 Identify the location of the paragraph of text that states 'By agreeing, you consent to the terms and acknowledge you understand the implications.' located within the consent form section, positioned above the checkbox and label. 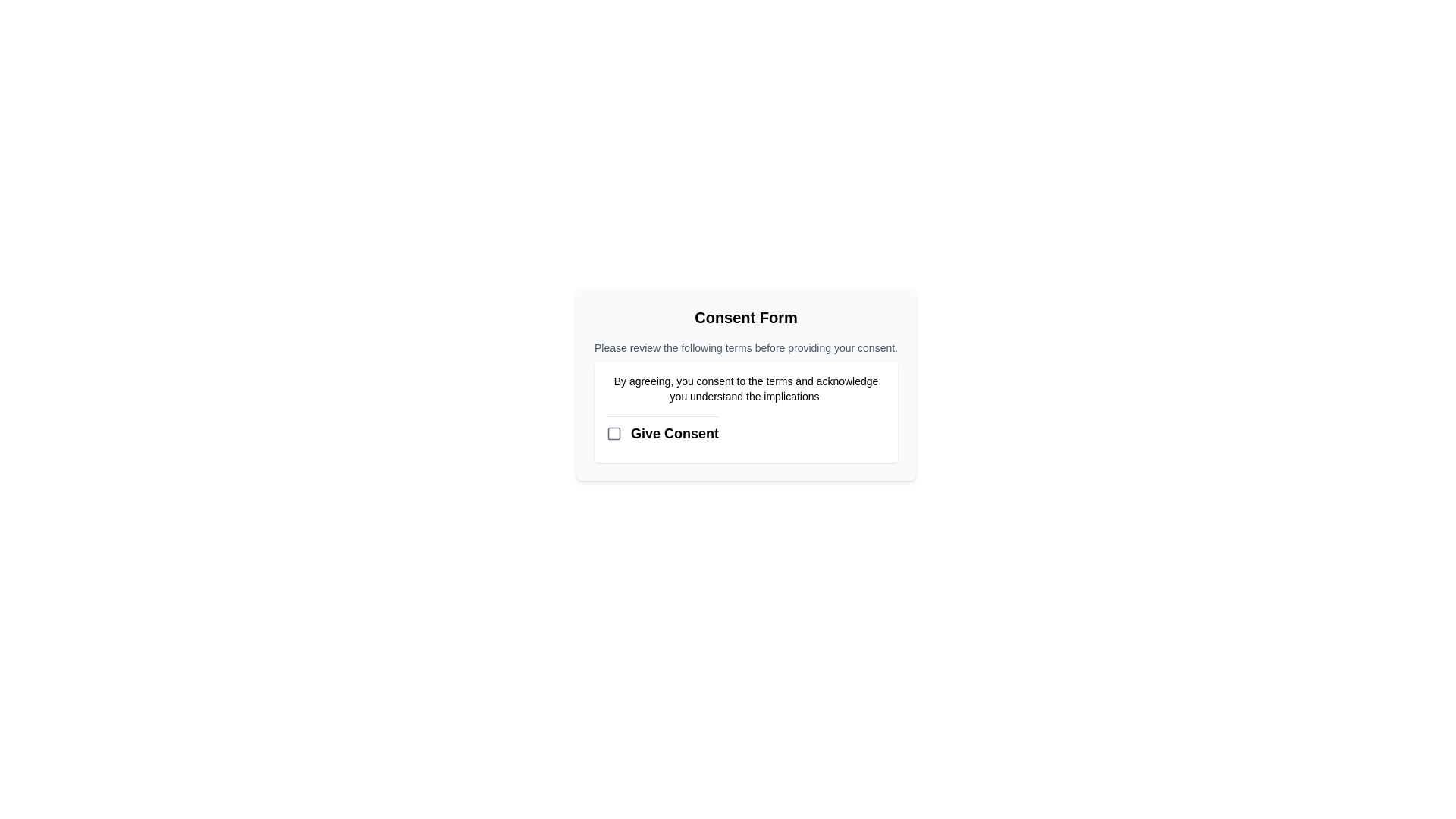
(745, 388).